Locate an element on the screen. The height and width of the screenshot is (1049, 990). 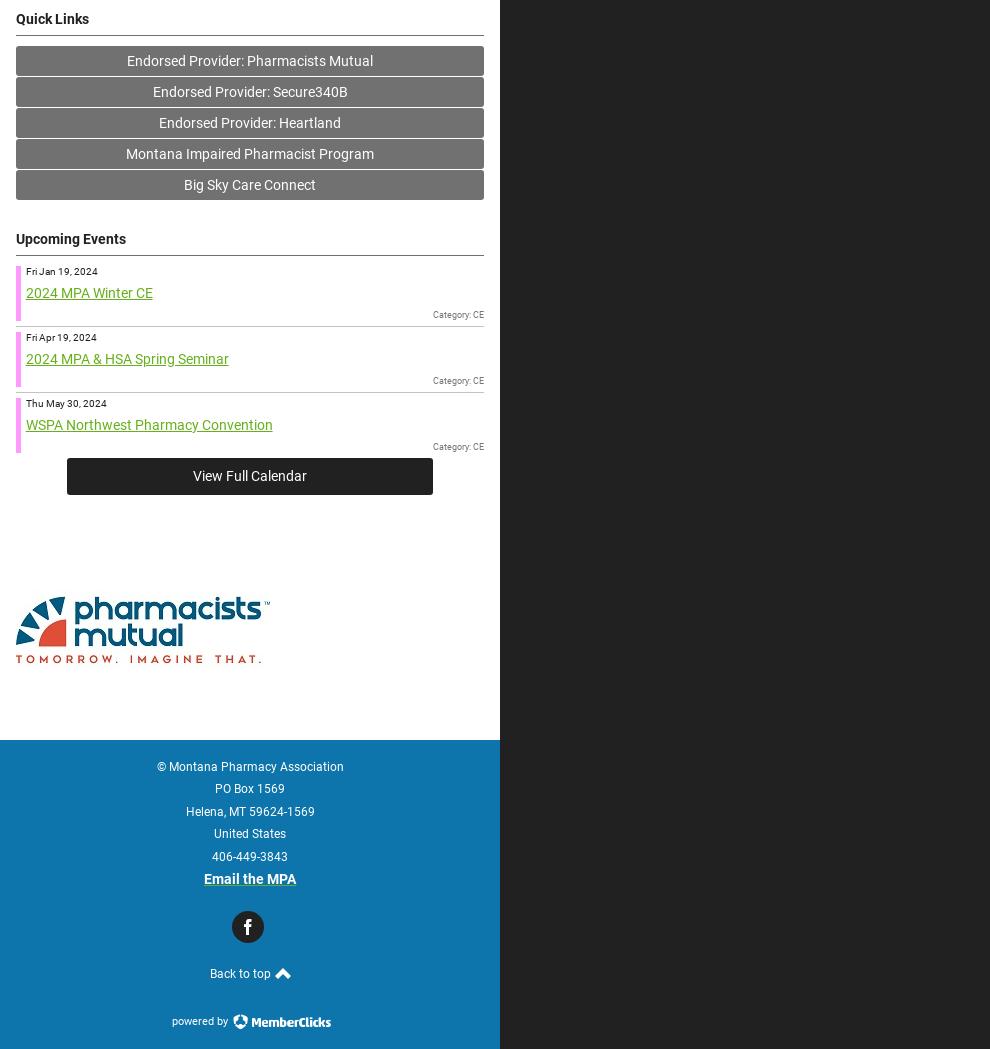
'Thu May 30, 2024' is located at coordinates (65, 402).